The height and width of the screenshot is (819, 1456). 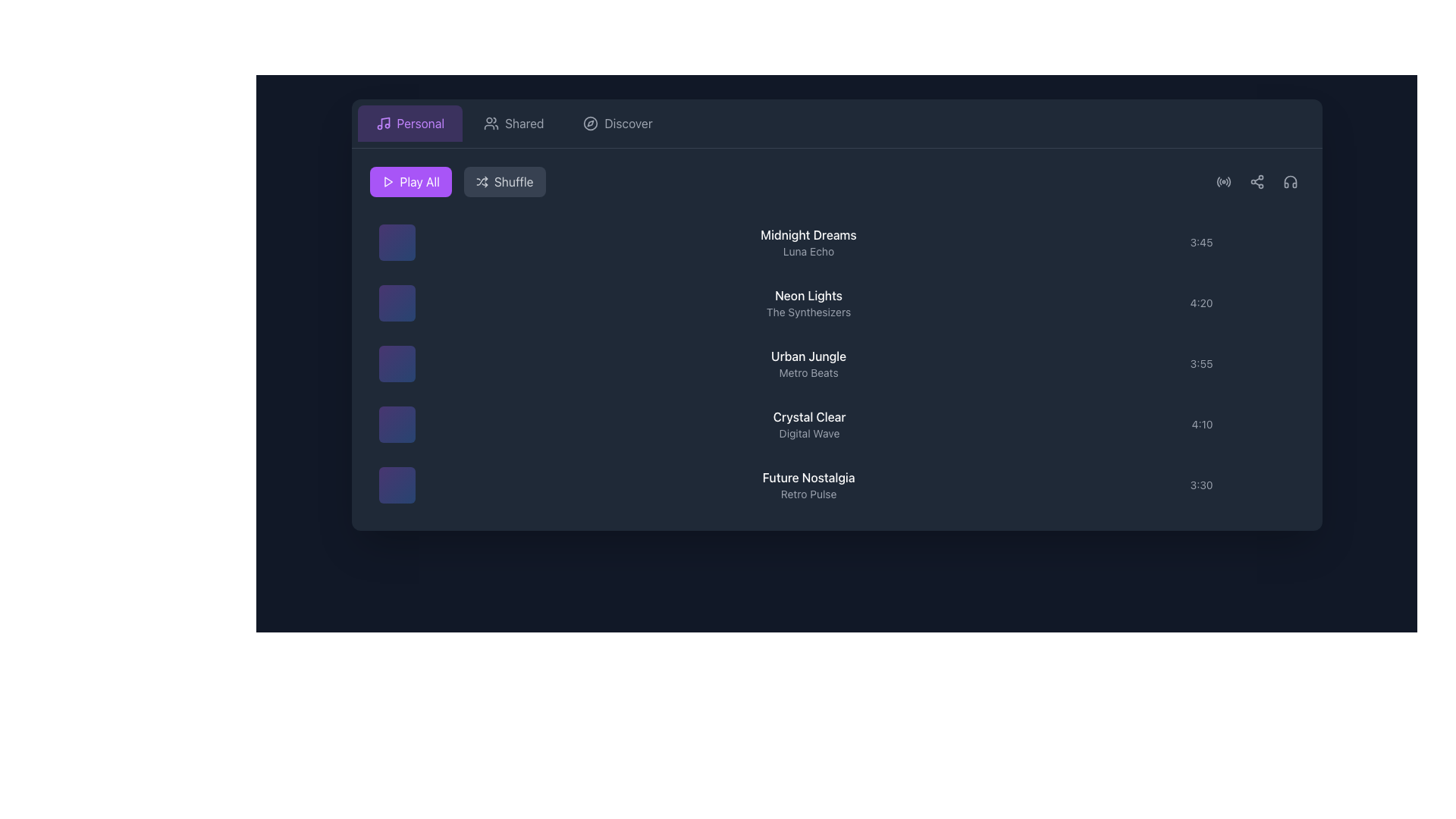 What do you see at coordinates (1257, 180) in the screenshot?
I see `the second icon in the row of three icons at the top-right corner of the interface to invoke the share functionality` at bounding box center [1257, 180].